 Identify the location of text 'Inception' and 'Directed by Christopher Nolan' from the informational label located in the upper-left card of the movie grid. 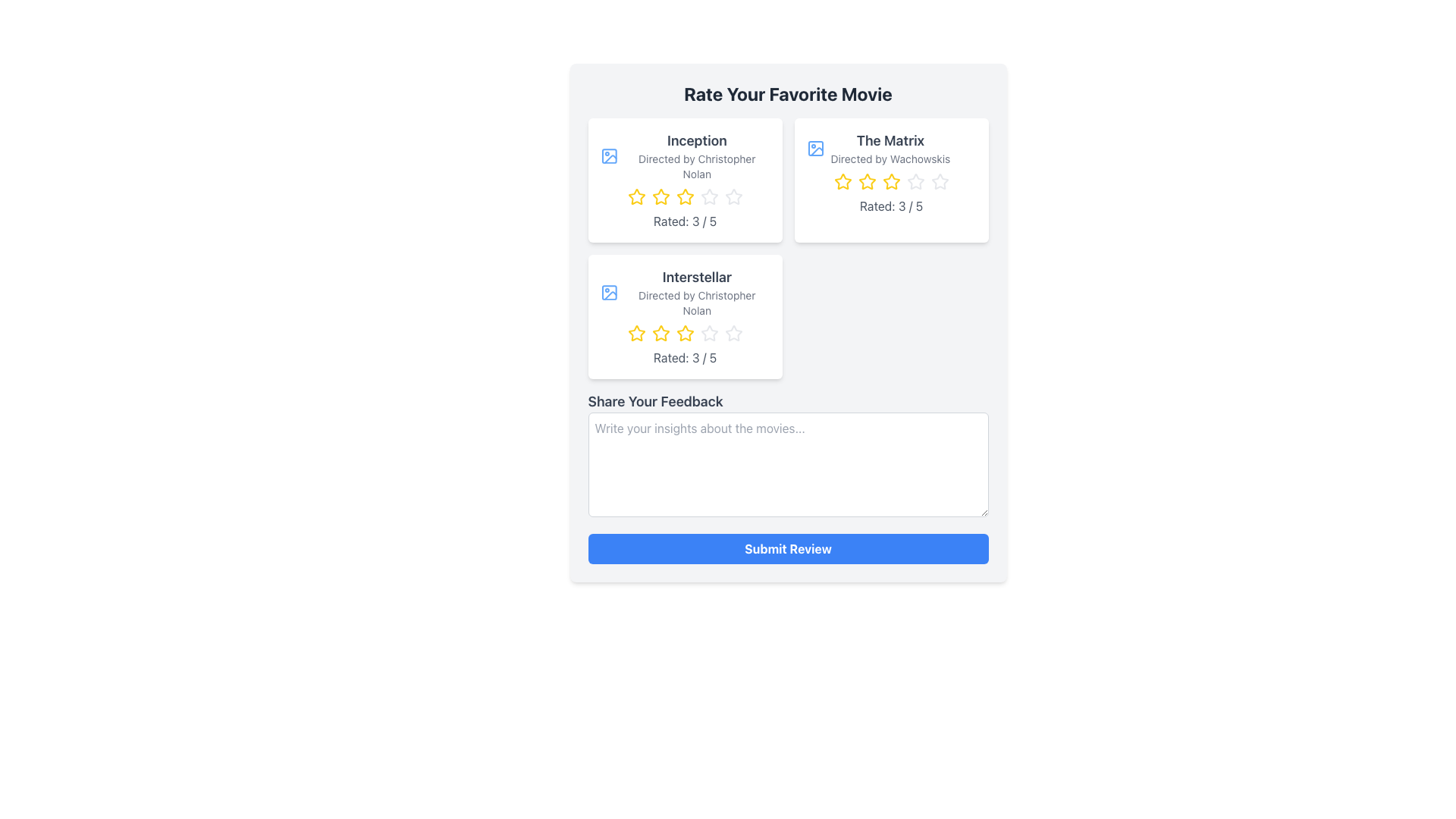
(696, 155).